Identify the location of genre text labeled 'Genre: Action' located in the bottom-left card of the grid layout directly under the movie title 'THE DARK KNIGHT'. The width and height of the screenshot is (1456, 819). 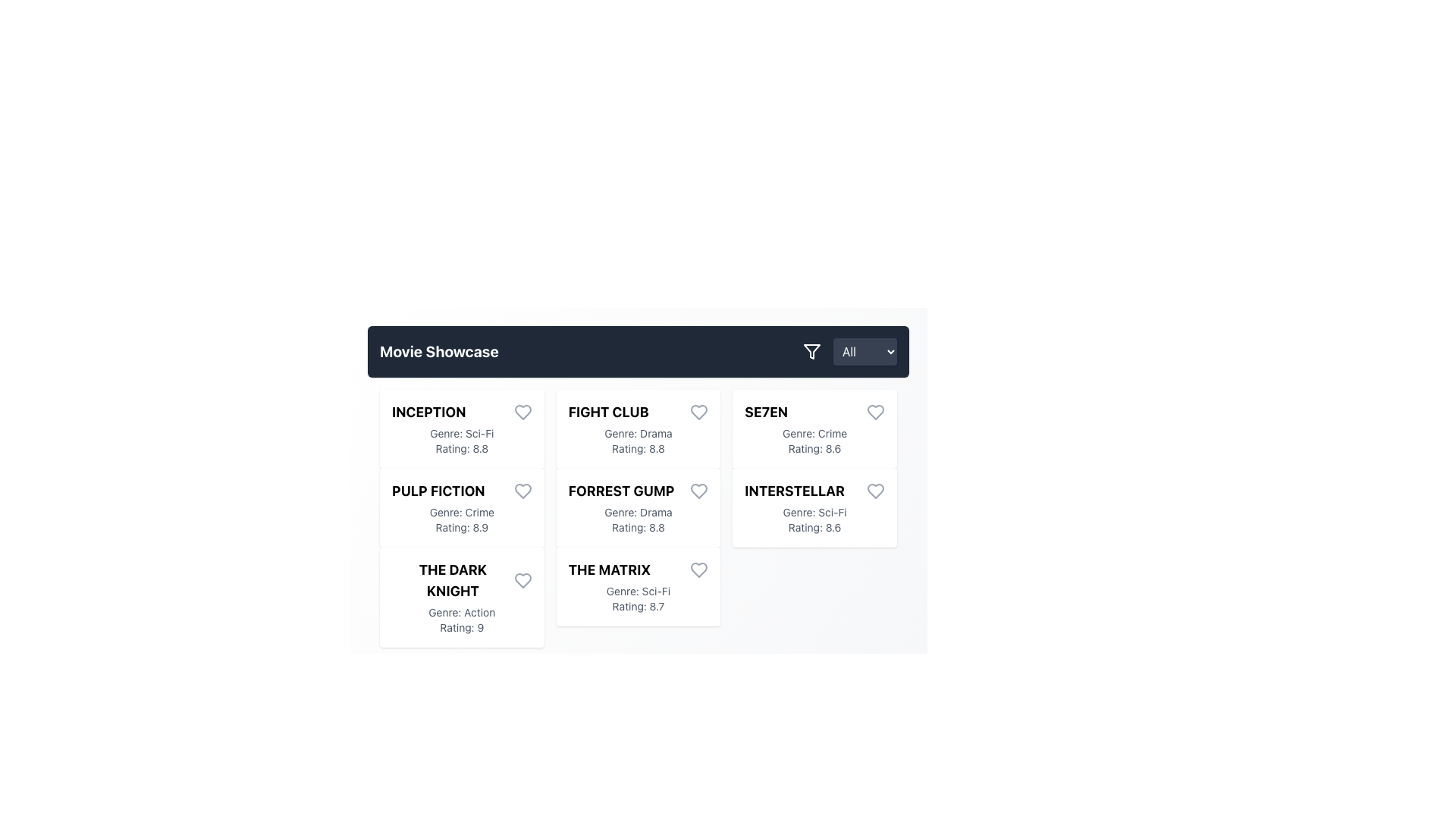
(479, 611).